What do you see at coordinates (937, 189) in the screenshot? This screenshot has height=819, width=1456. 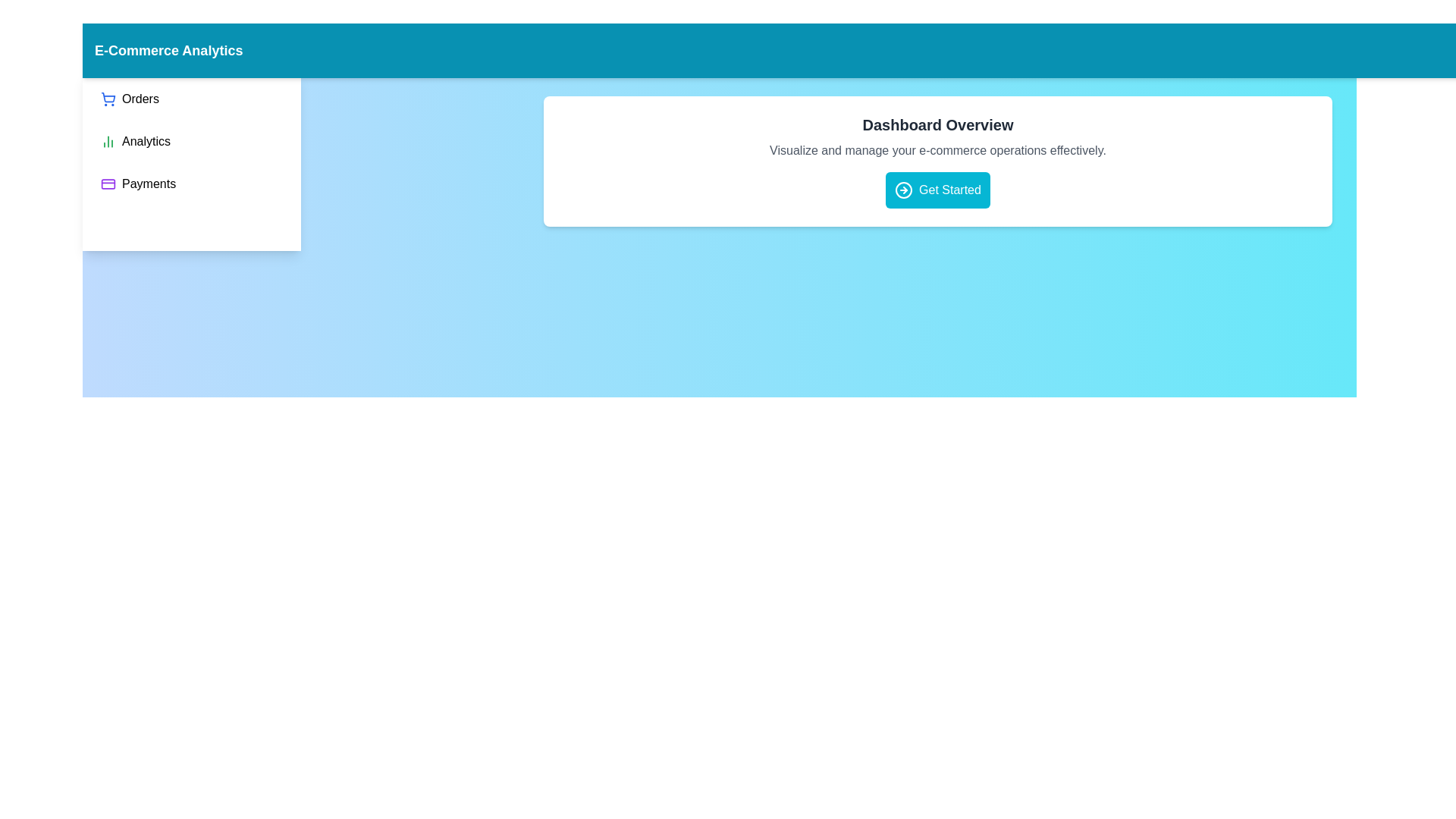 I see `the call-to-action button located below the 'Dashboard Overview' heading` at bounding box center [937, 189].